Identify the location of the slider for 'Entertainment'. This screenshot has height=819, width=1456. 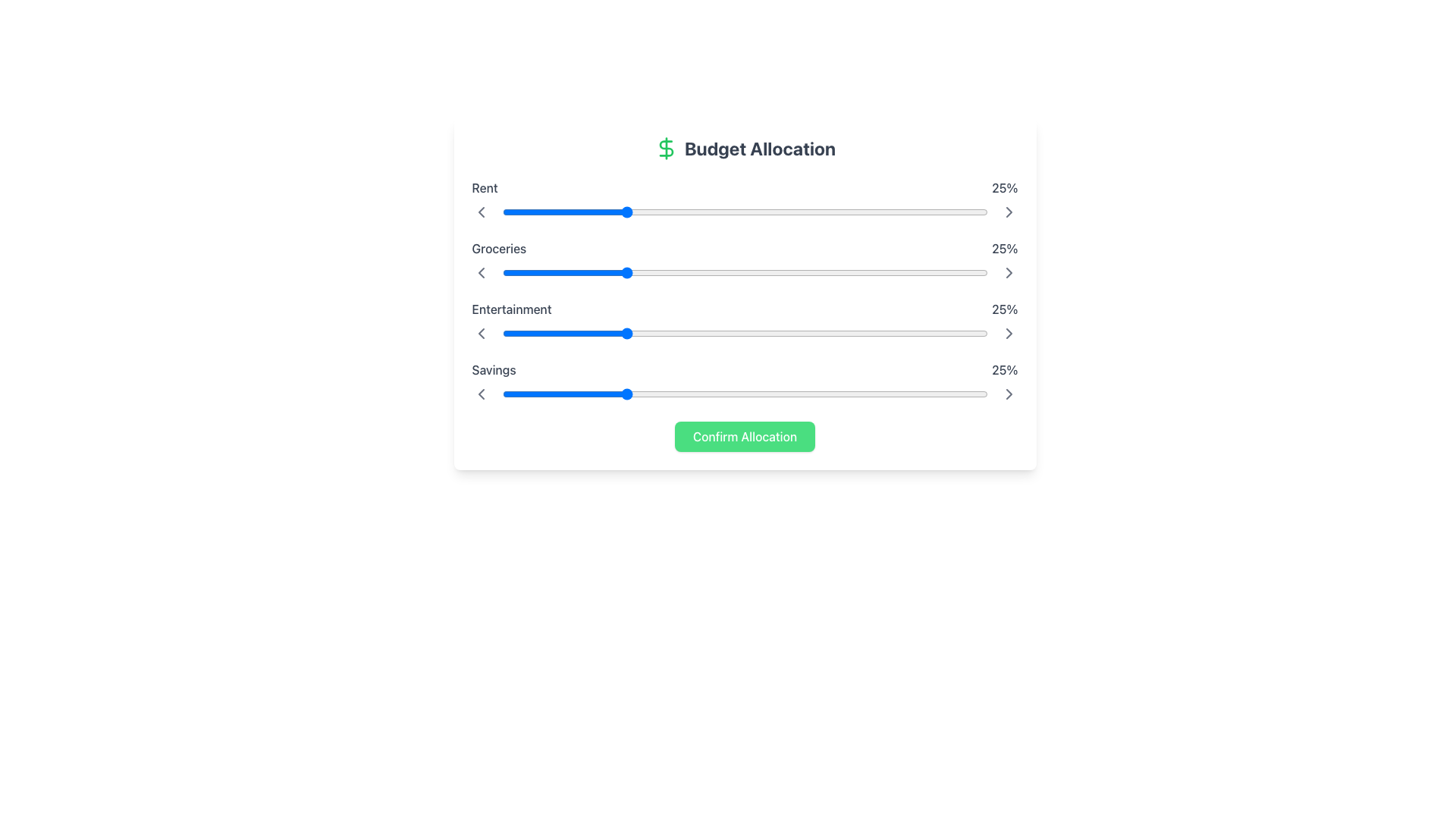
(943, 332).